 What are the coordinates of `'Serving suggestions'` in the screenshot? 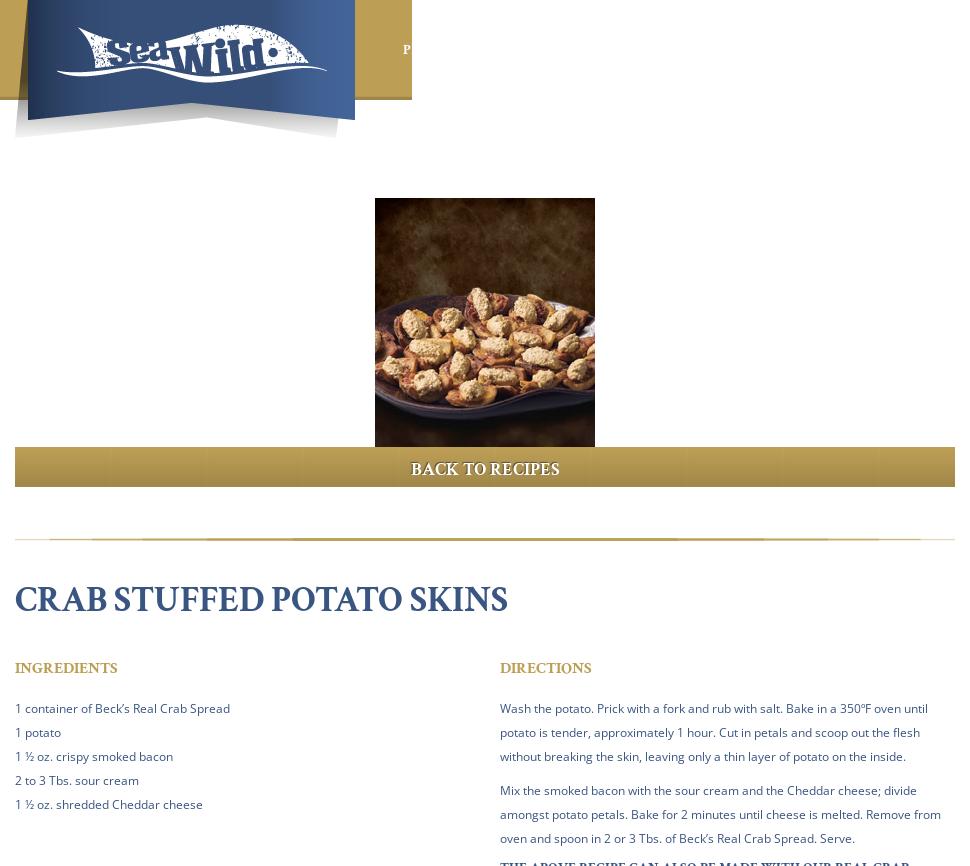 It's located at (865, 49).